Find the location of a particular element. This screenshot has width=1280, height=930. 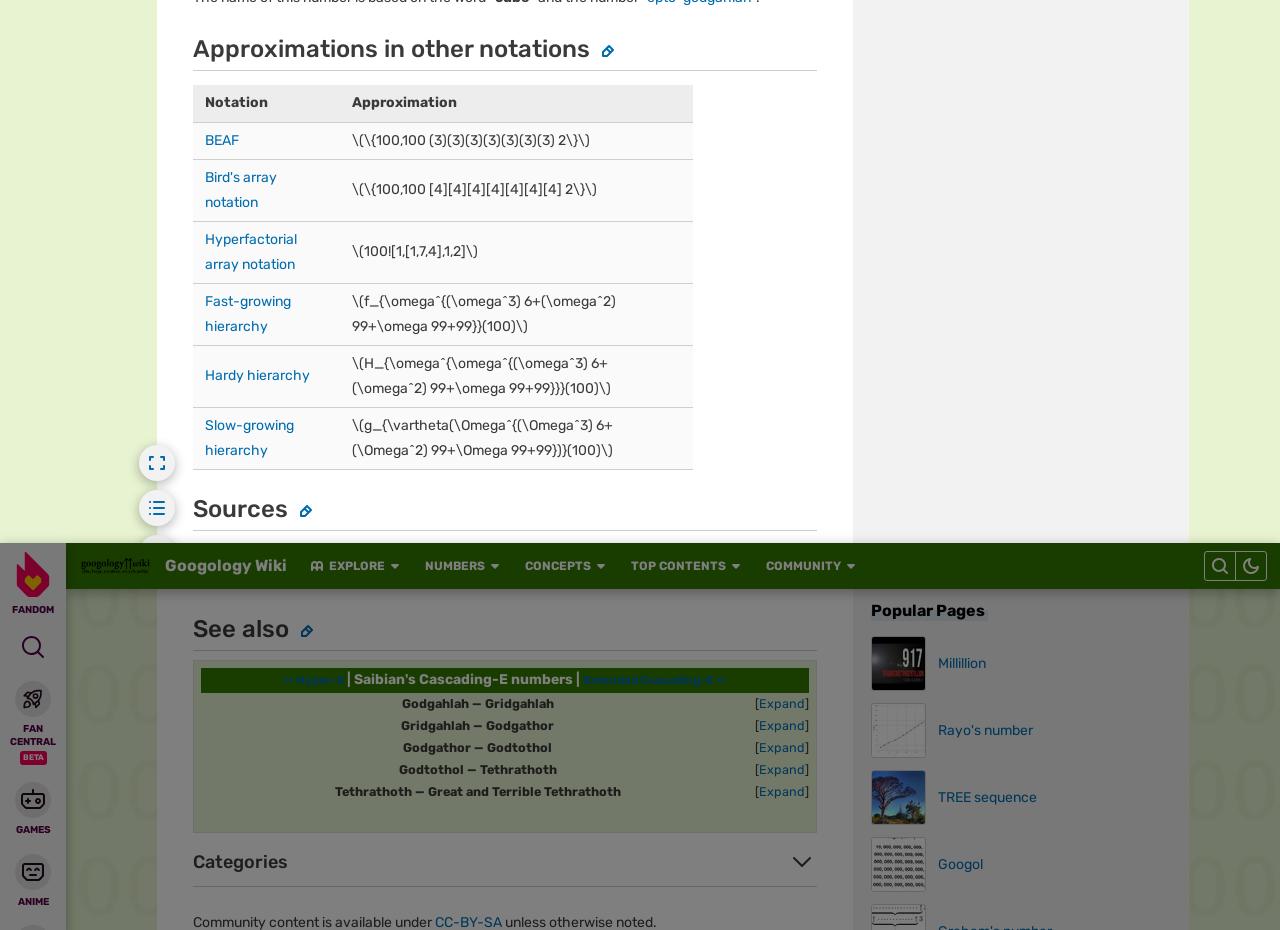

'Press' is located at coordinates (449, 85).